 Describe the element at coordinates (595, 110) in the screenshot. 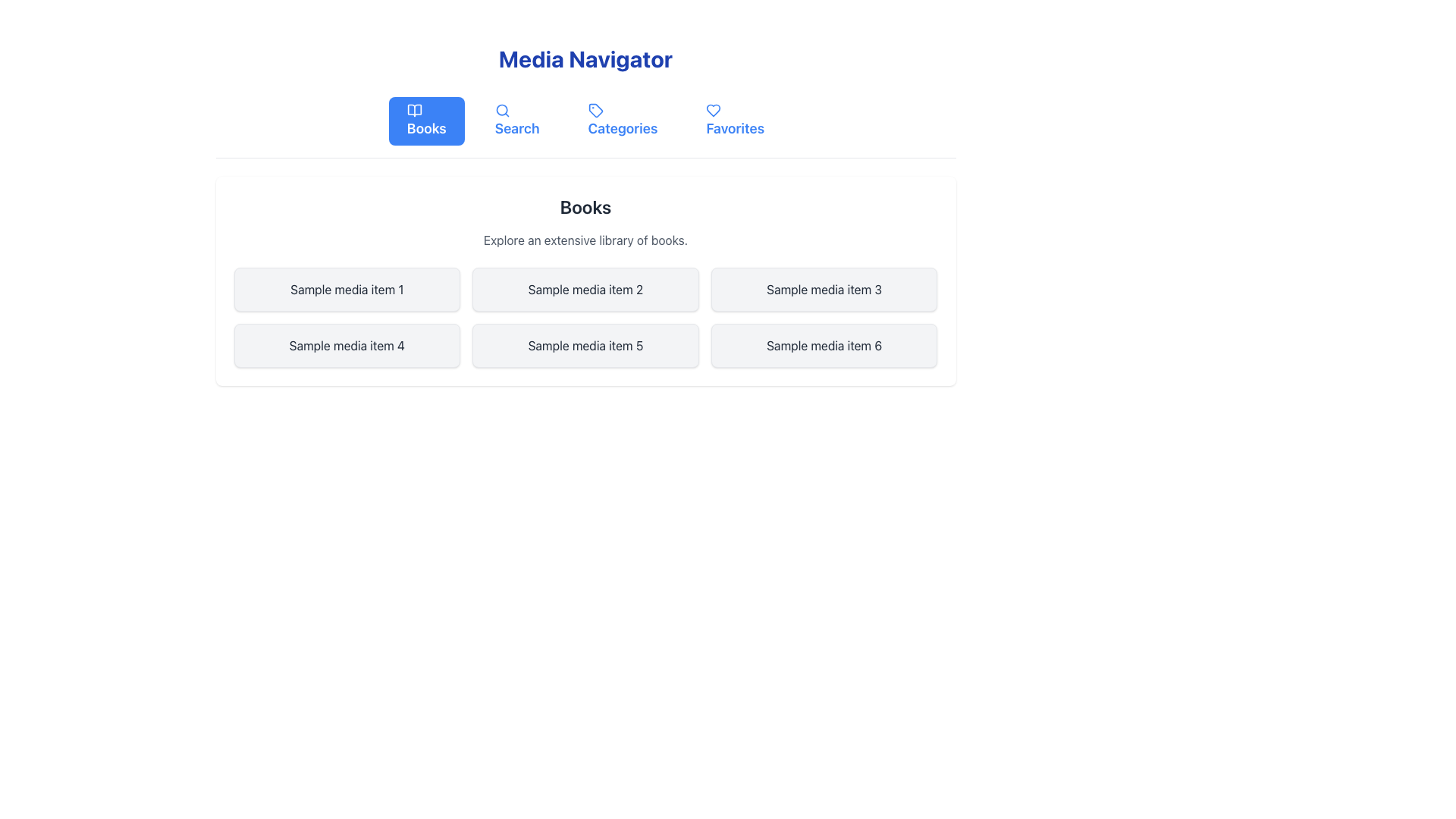

I see `the 'Categories' icon located in the main horizontal navigation bar, which is the third element from the left` at that location.